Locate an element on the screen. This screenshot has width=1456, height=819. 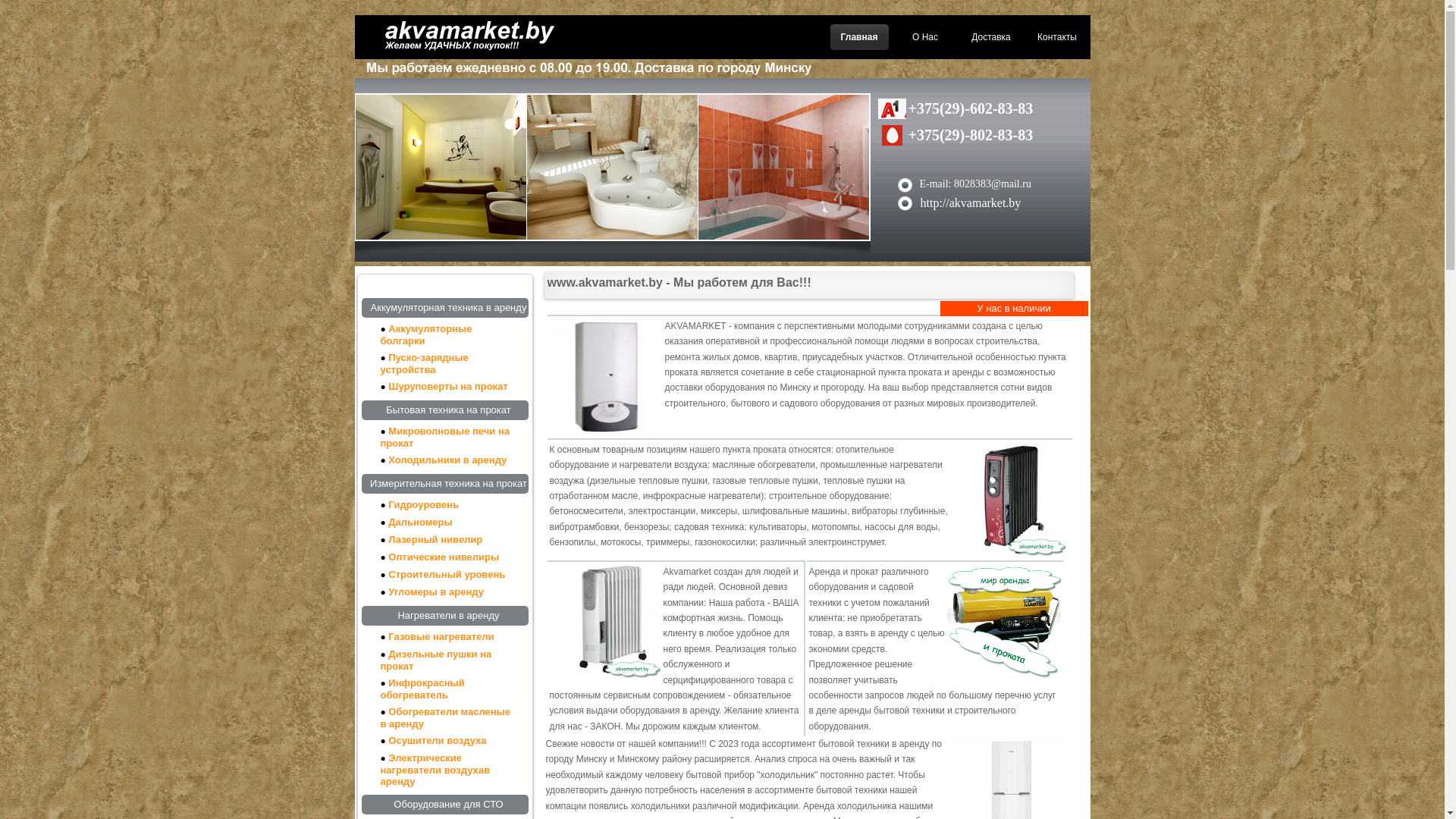
'akvamarket.by' is located at coordinates (475, 45).